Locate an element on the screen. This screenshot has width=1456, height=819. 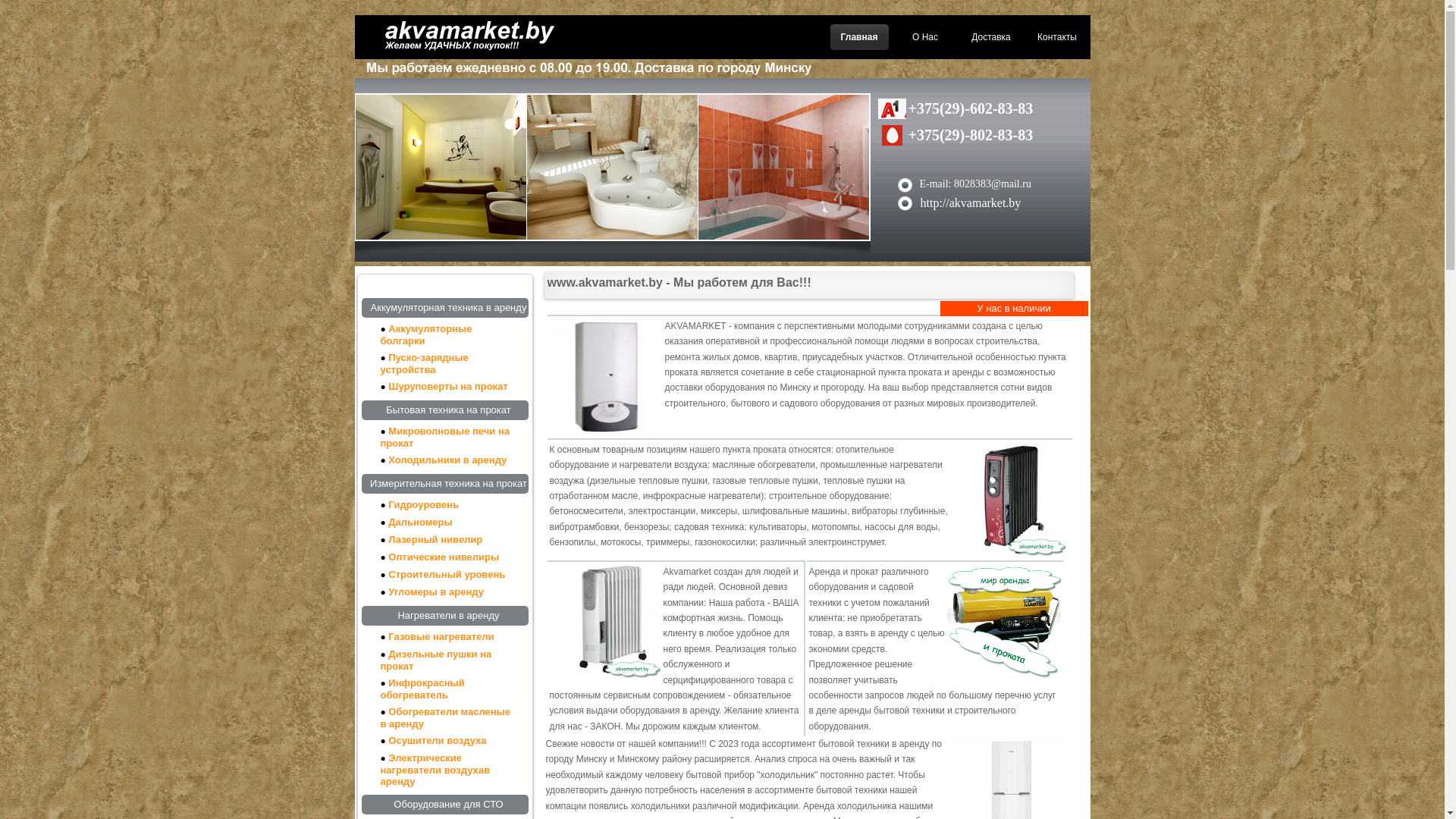
'akvamarket.by' is located at coordinates (475, 45).